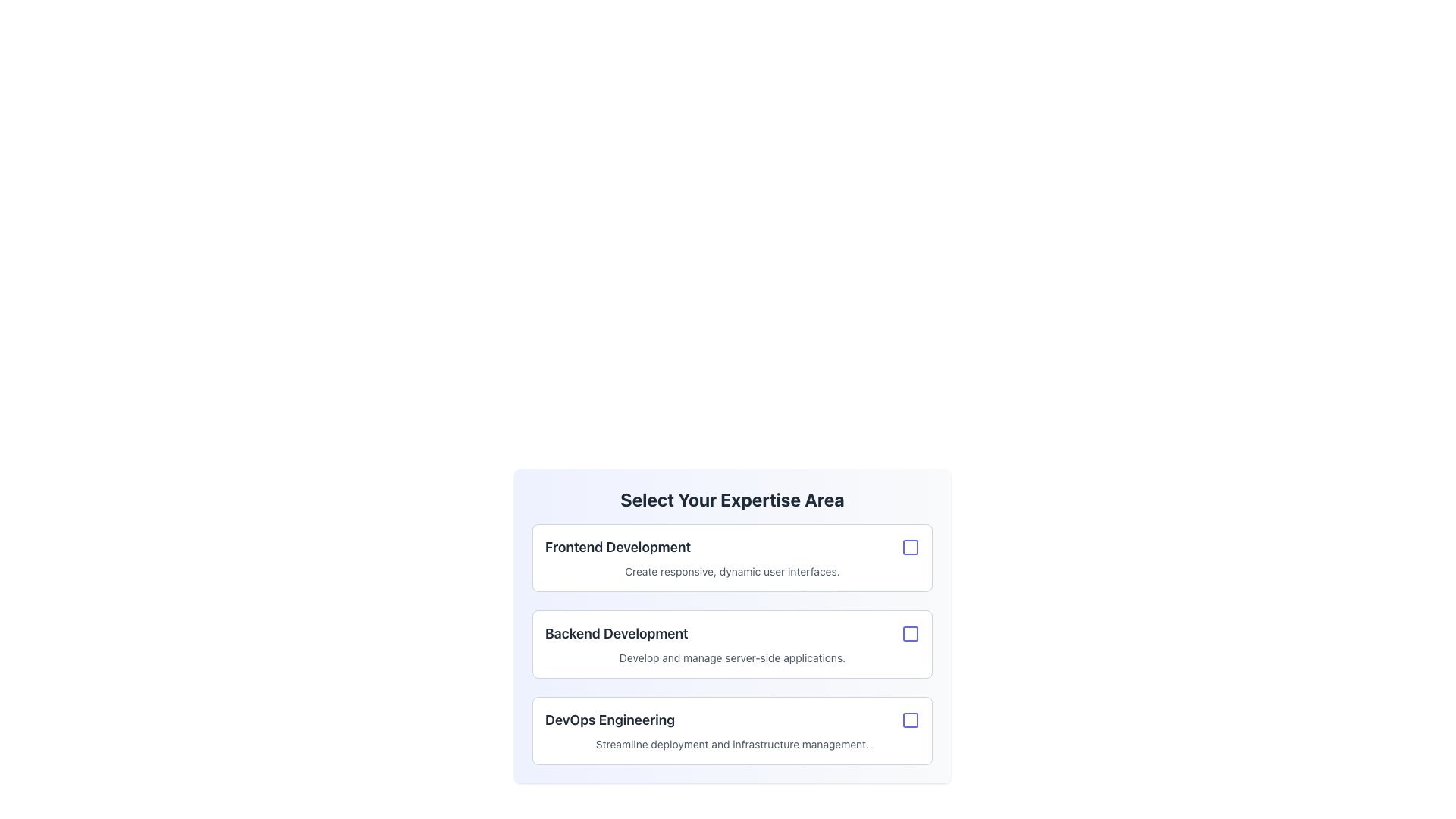 This screenshot has width=1456, height=819. What do you see at coordinates (910, 719) in the screenshot?
I see `the selectable checkbox for the 'DevOps Engineering' option to observe any hover effects` at bounding box center [910, 719].